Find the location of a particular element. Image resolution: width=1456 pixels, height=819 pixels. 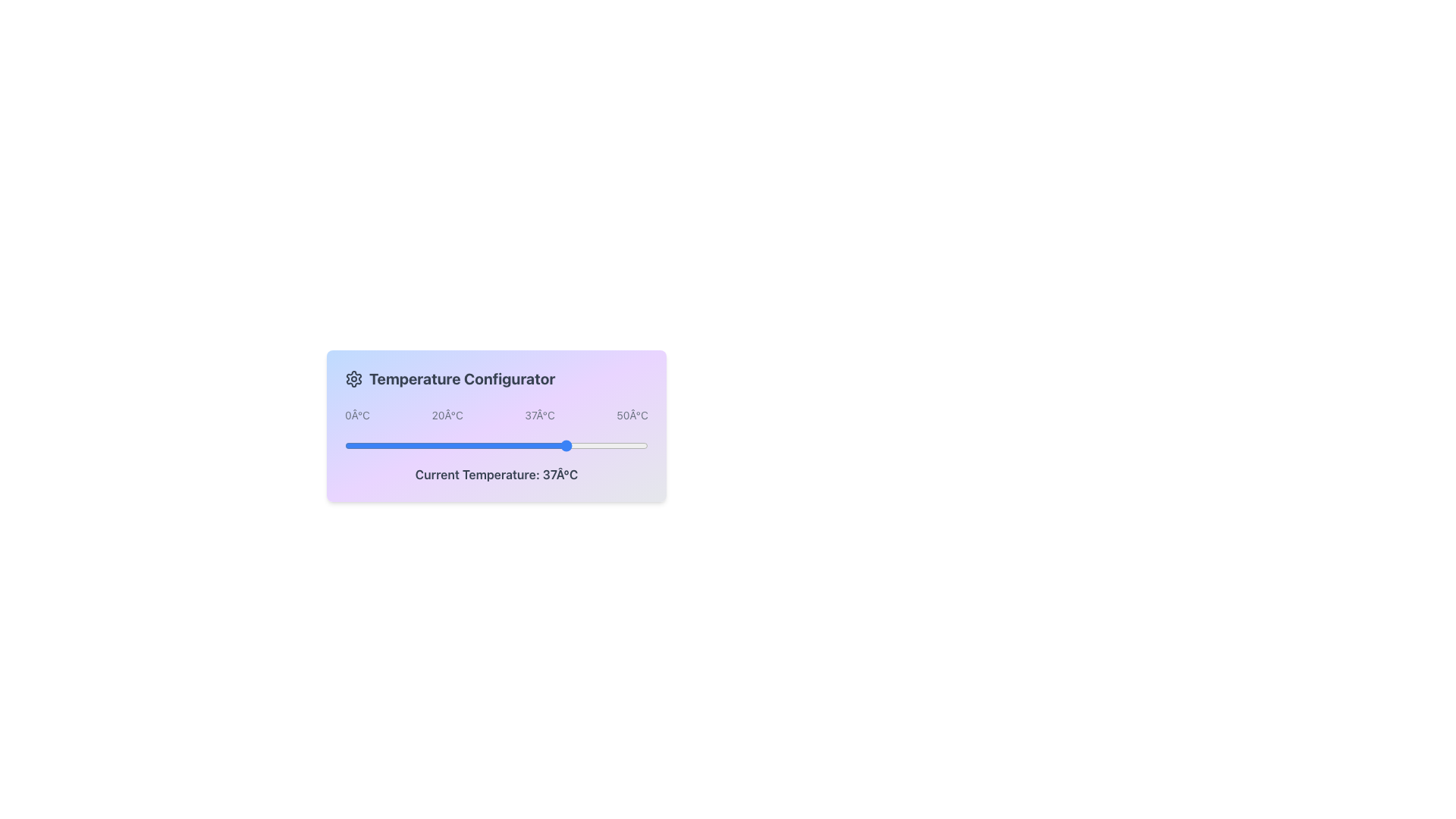

the temperature is located at coordinates (642, 444).